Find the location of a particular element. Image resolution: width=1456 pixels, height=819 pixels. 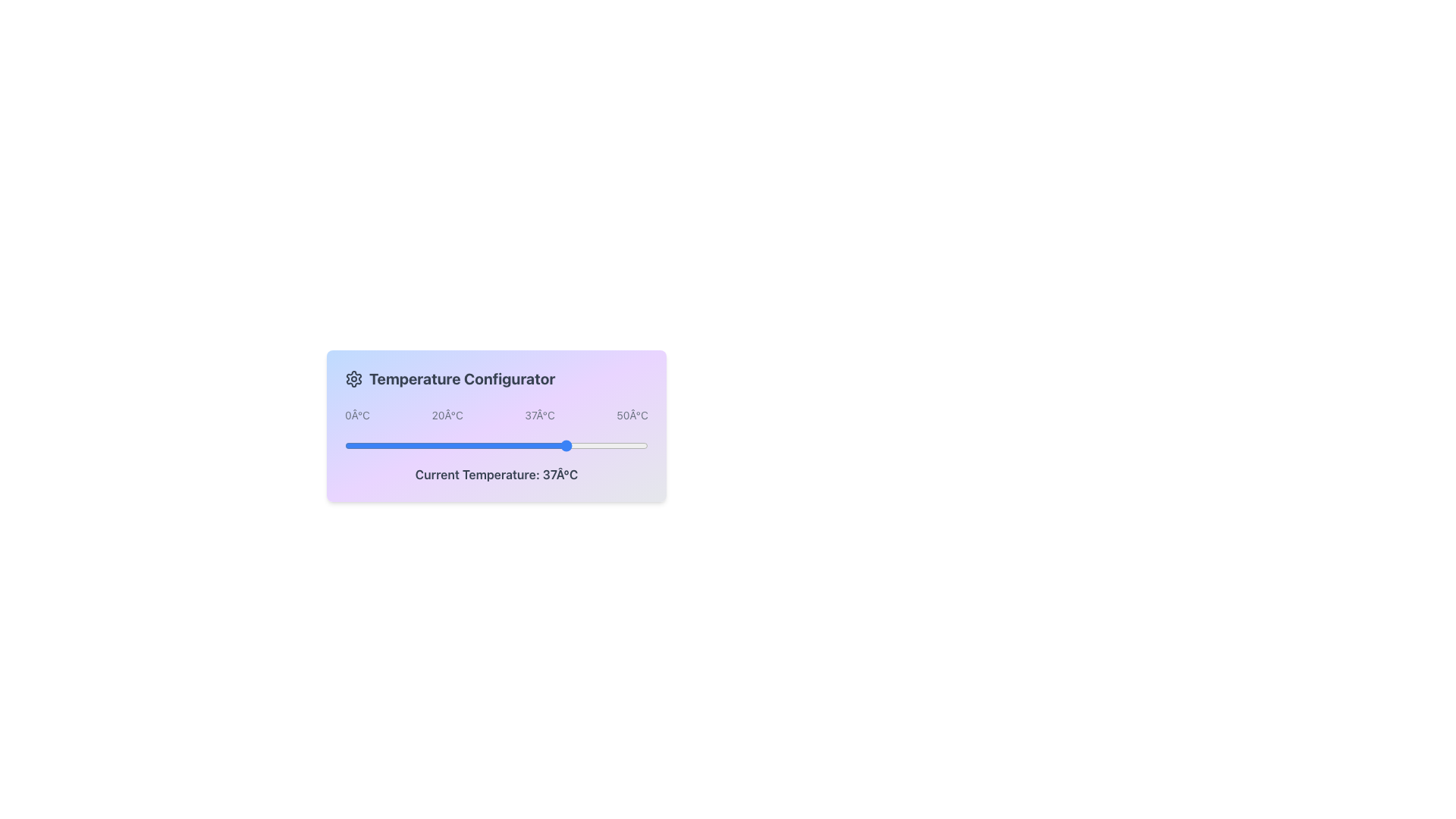

the temperature is located at coordinates (642, 444).